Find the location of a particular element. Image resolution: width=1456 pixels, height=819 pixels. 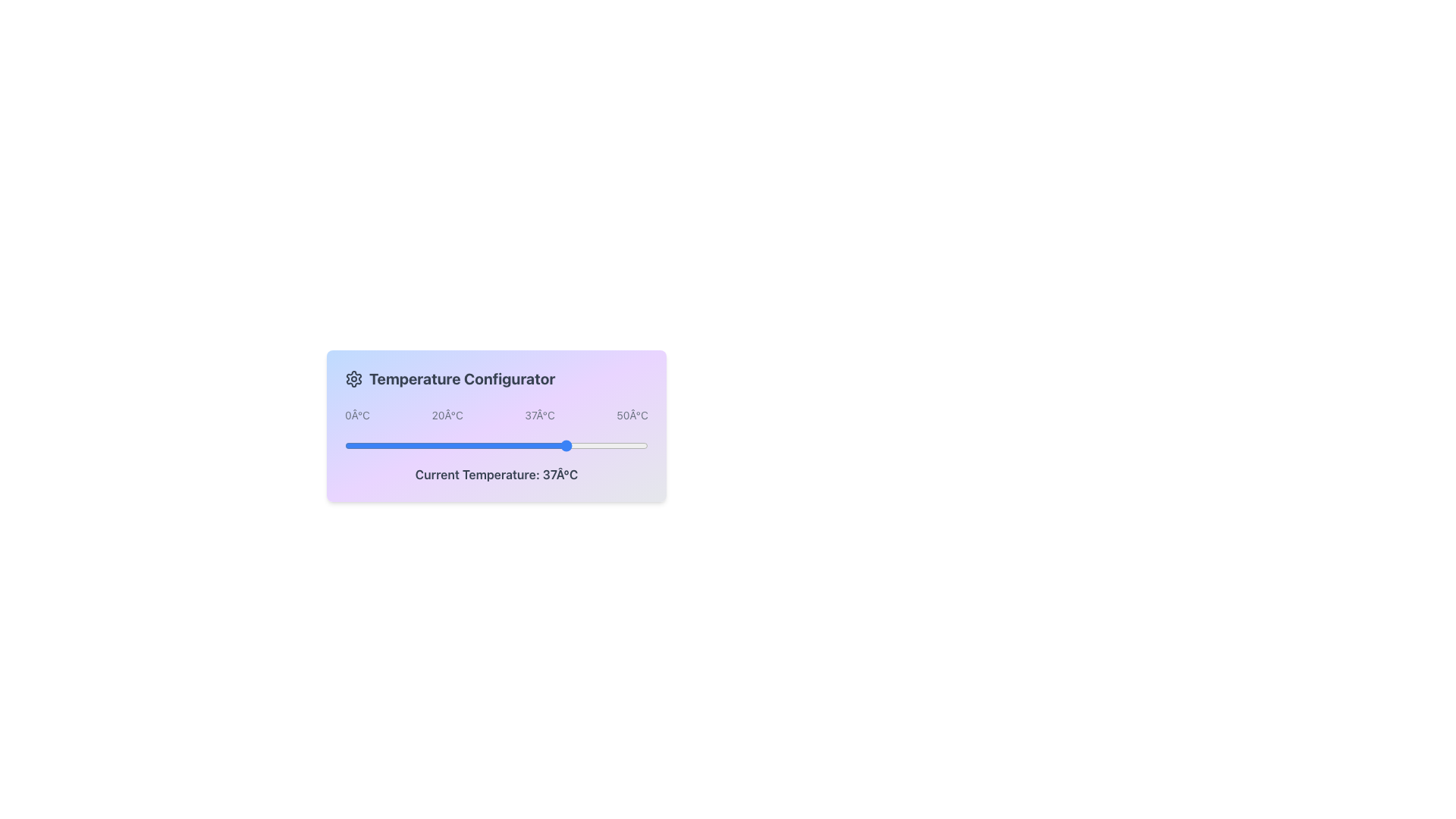

the temperature is located at coordinates (642, 444).